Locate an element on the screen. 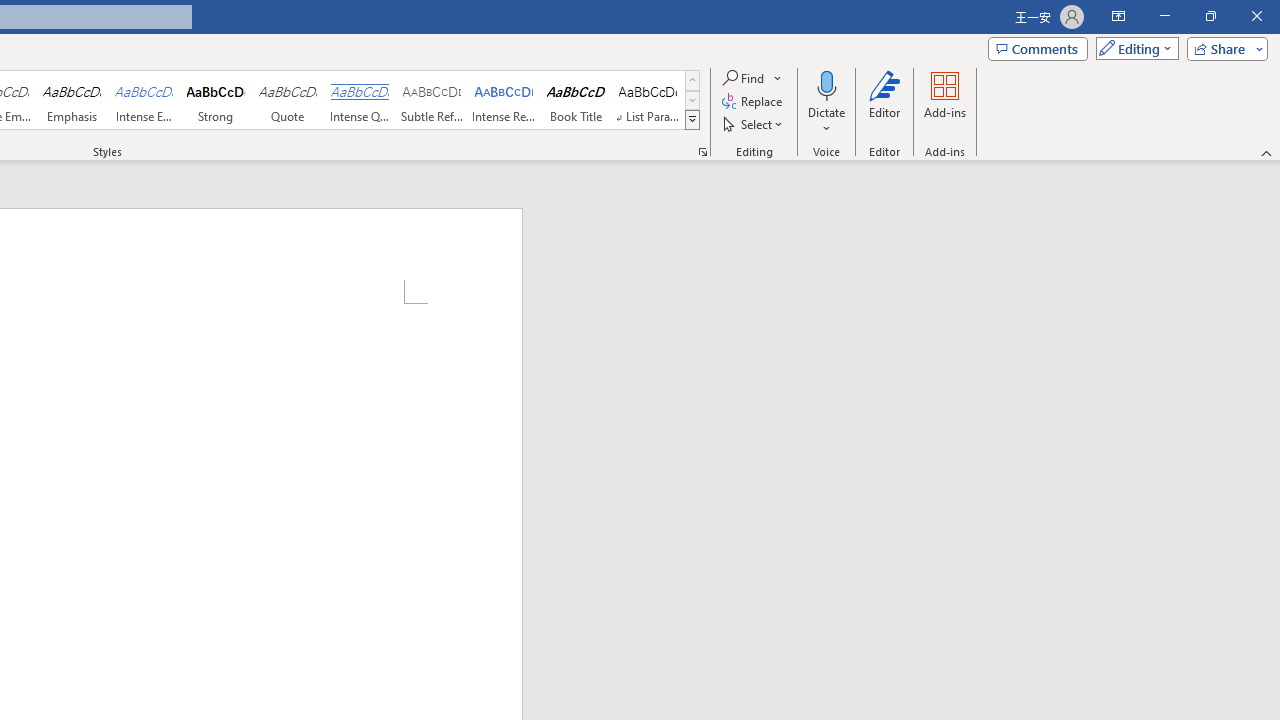 This screenshot has width=1280, height=720. 'Ribbon Display Options' is located at coordinates (1117, 16).